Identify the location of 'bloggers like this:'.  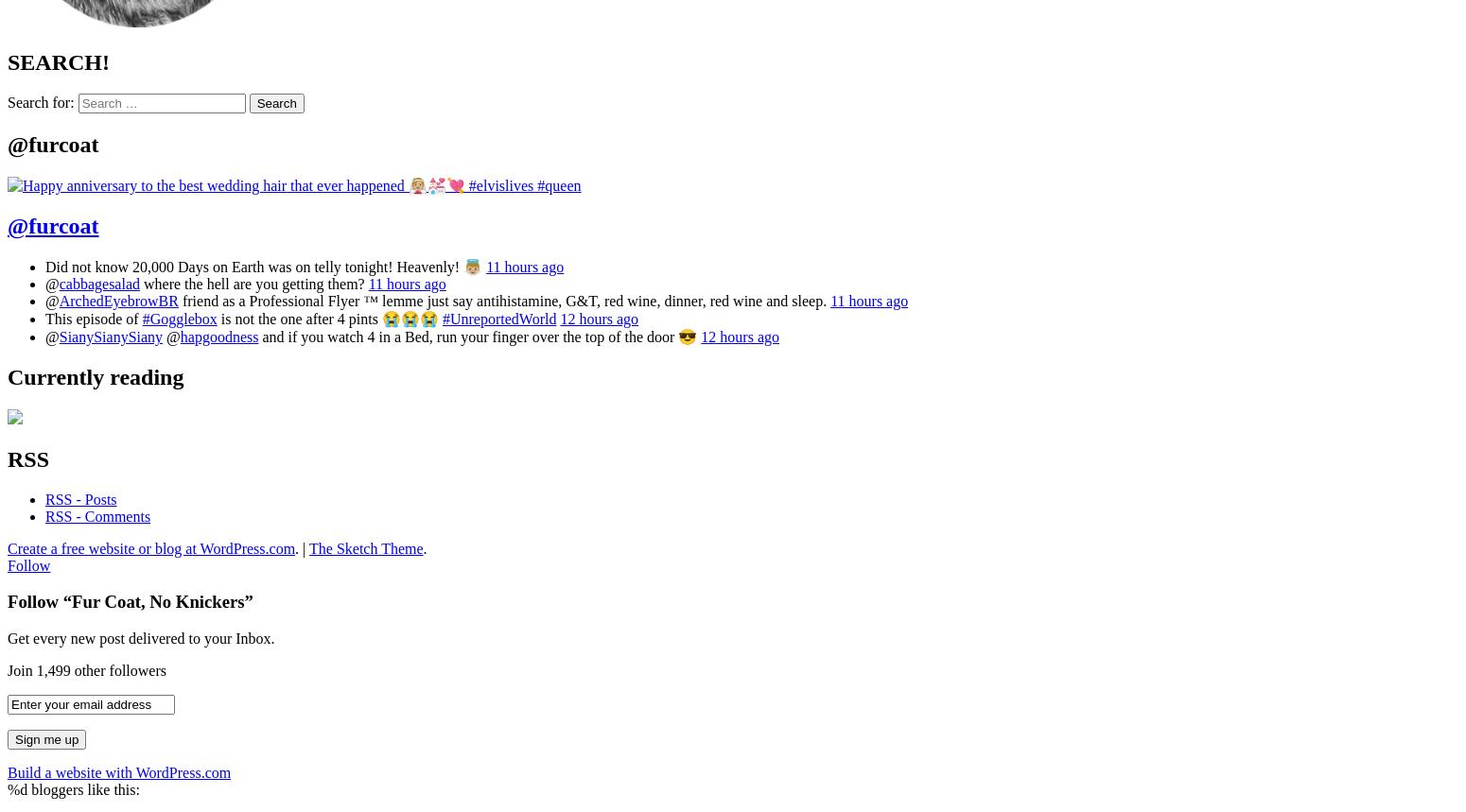
(83, 788).